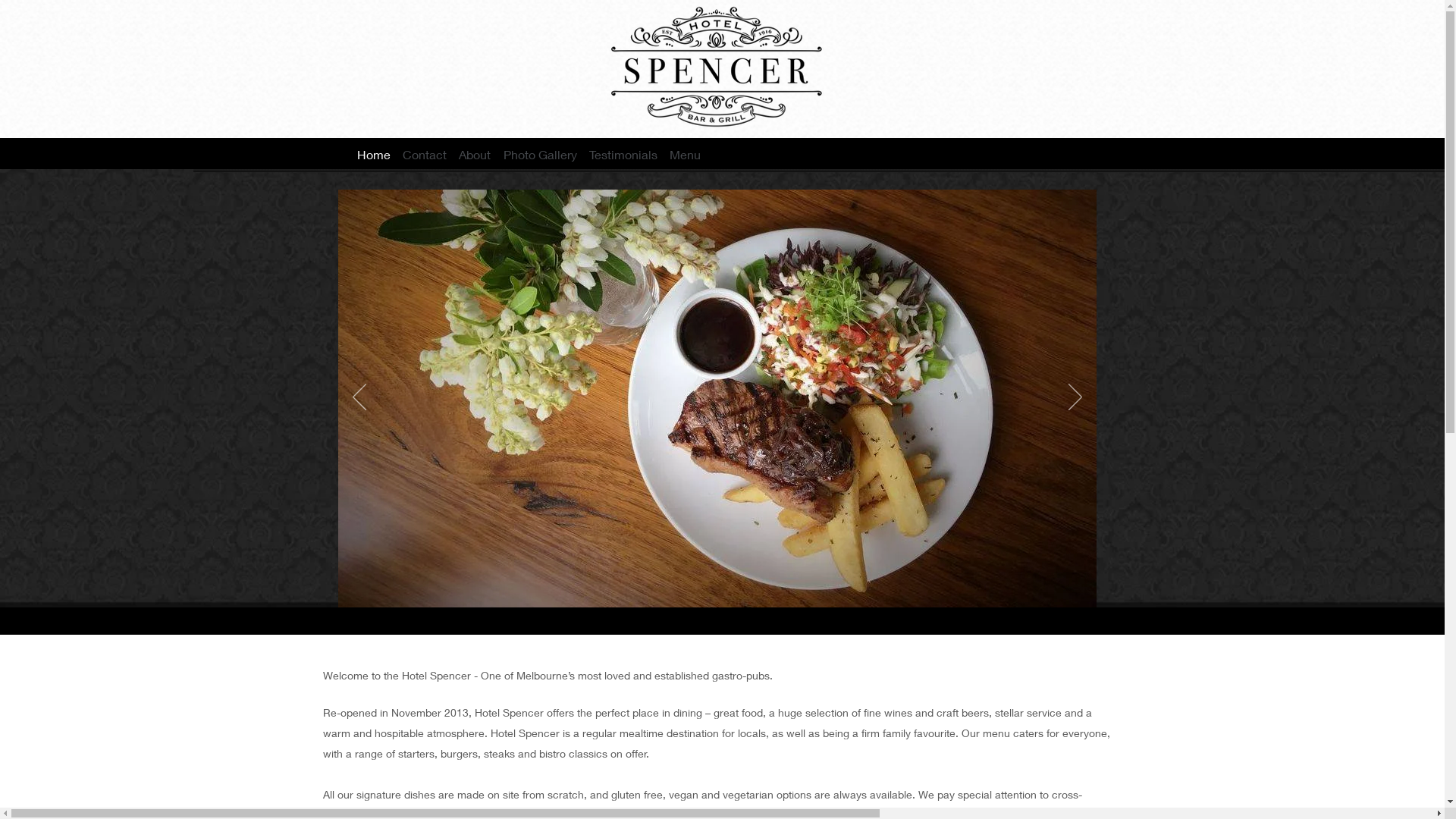  Describe the element at coordinates (425, 155) in the screenshot. I see `'Contact'` at that location.